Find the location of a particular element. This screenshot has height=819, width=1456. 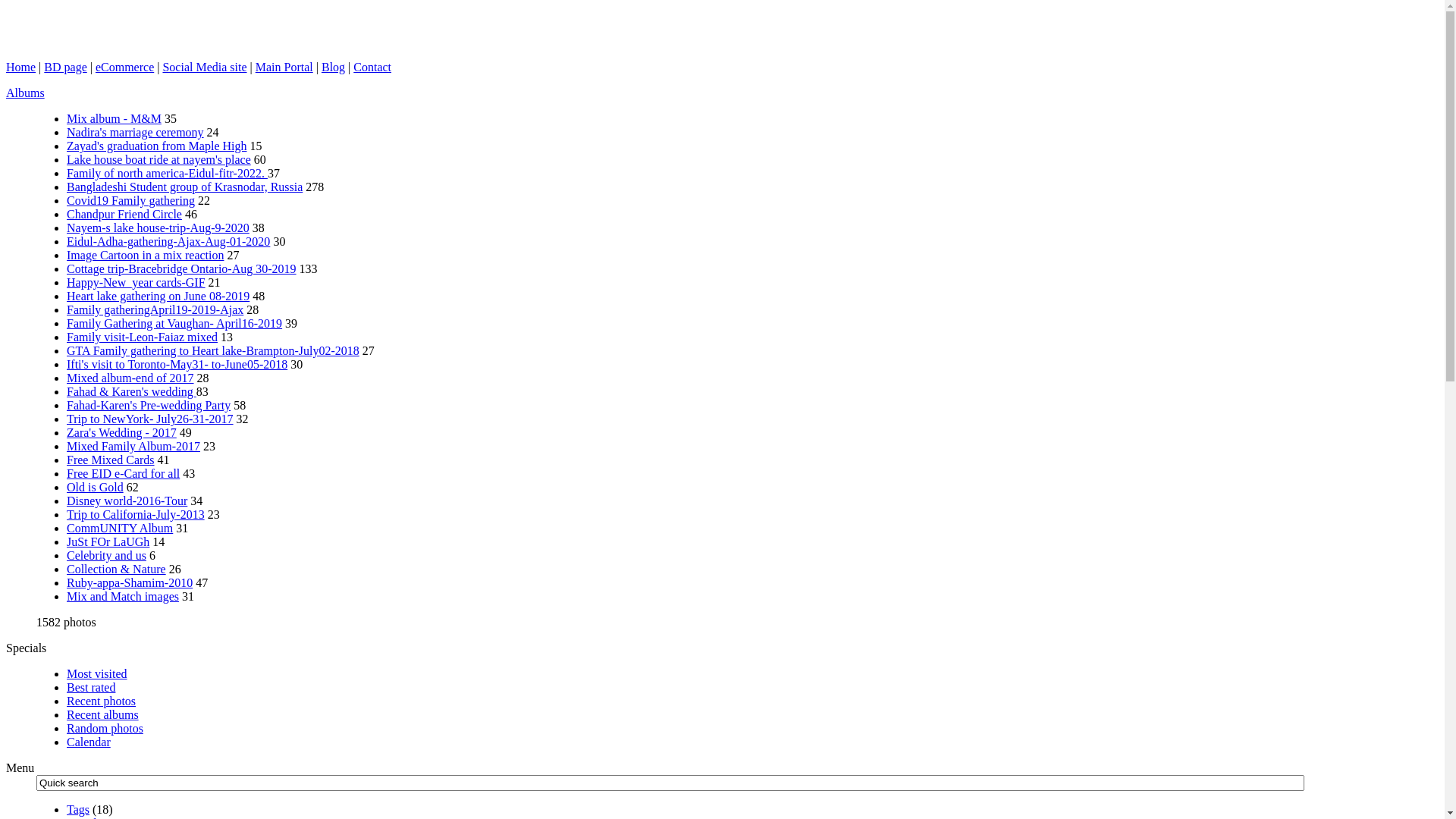

'Lake house boat ride at nayem's place' is located at coordinates (158, 159).